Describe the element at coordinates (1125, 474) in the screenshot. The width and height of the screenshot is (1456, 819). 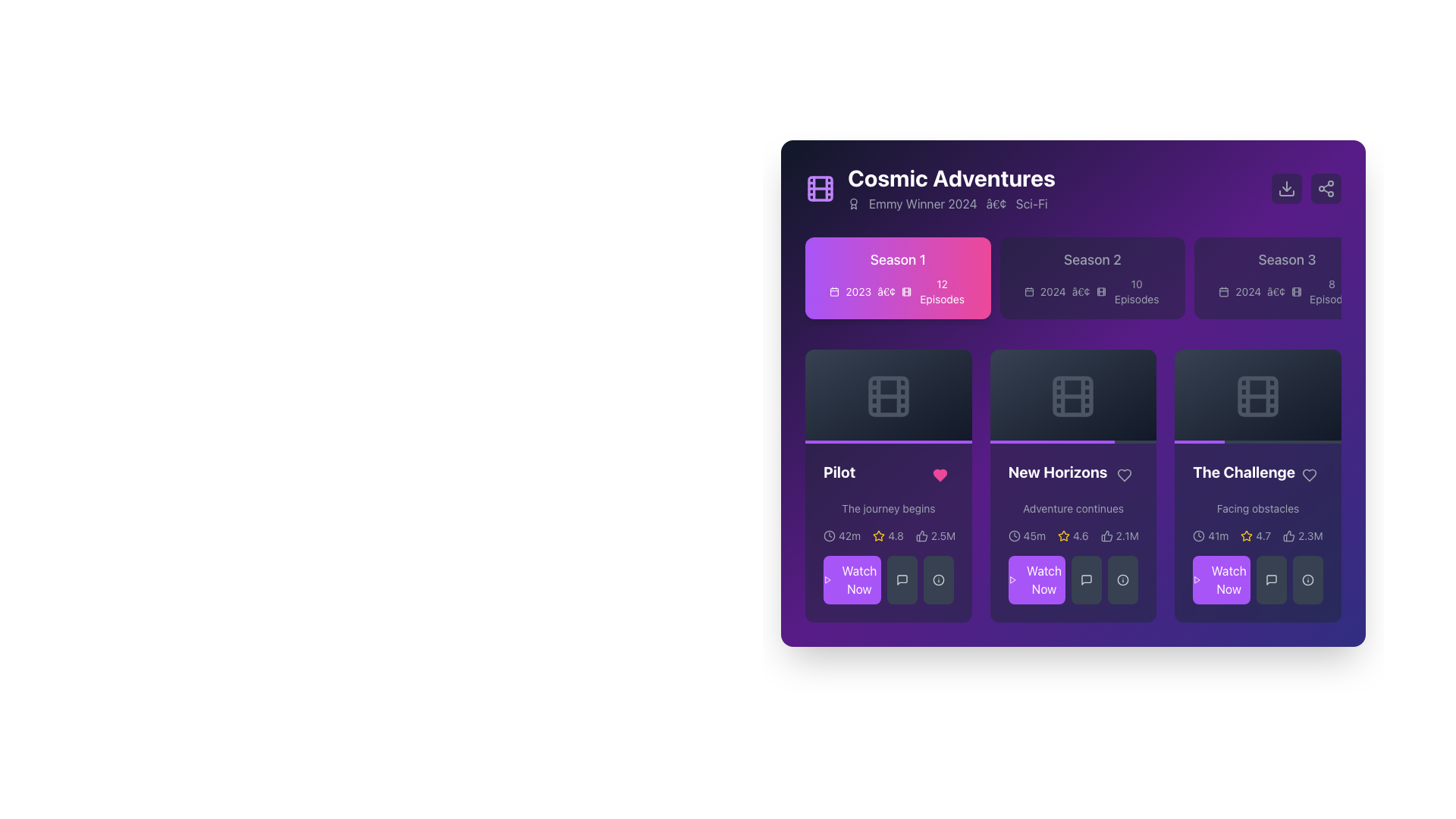
I see `the heart-shaped interactive icon located to the right of the 'New Horizons' title to favorite the episode` at that location.